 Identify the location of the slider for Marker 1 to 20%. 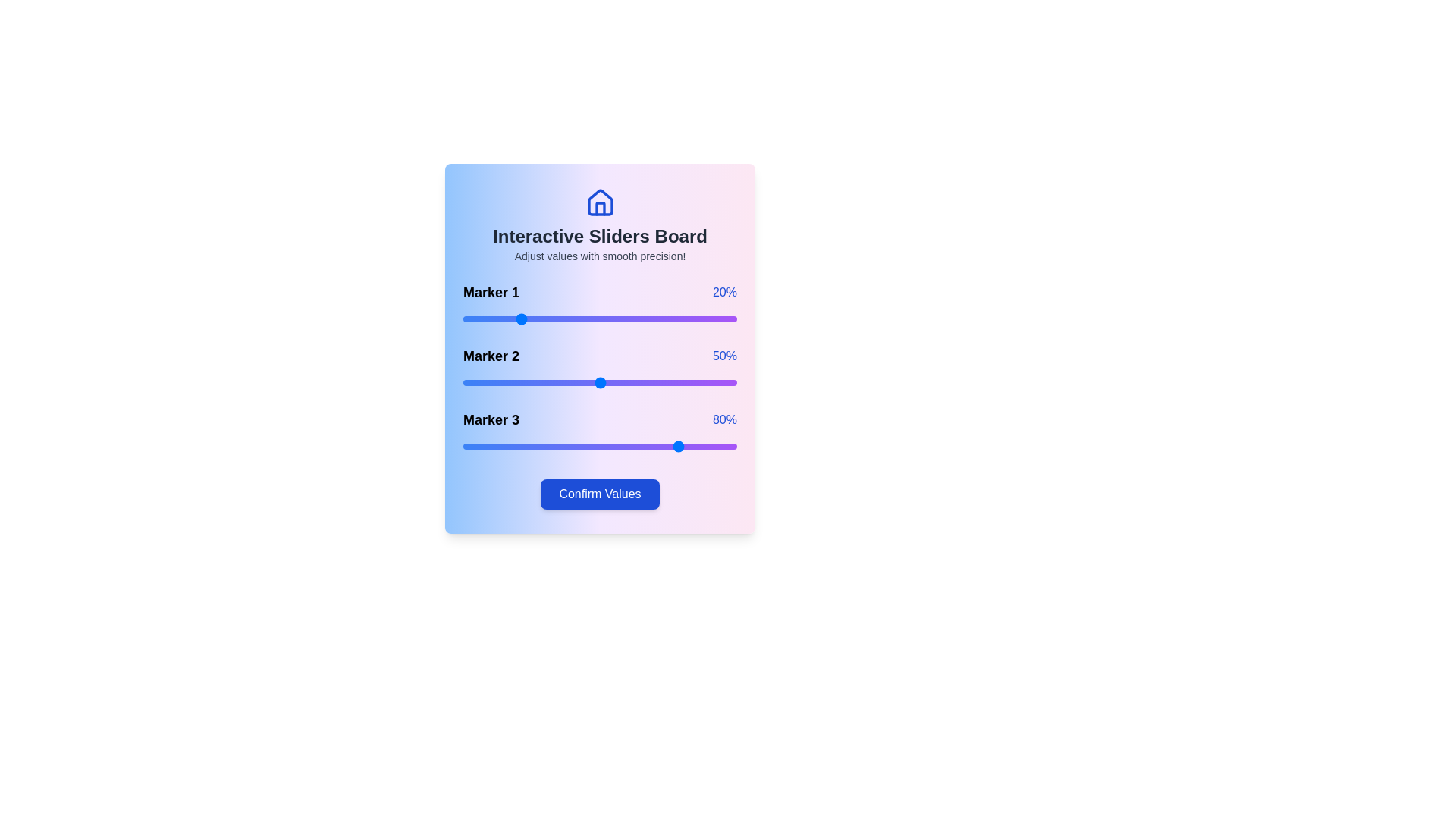
(518, 318).